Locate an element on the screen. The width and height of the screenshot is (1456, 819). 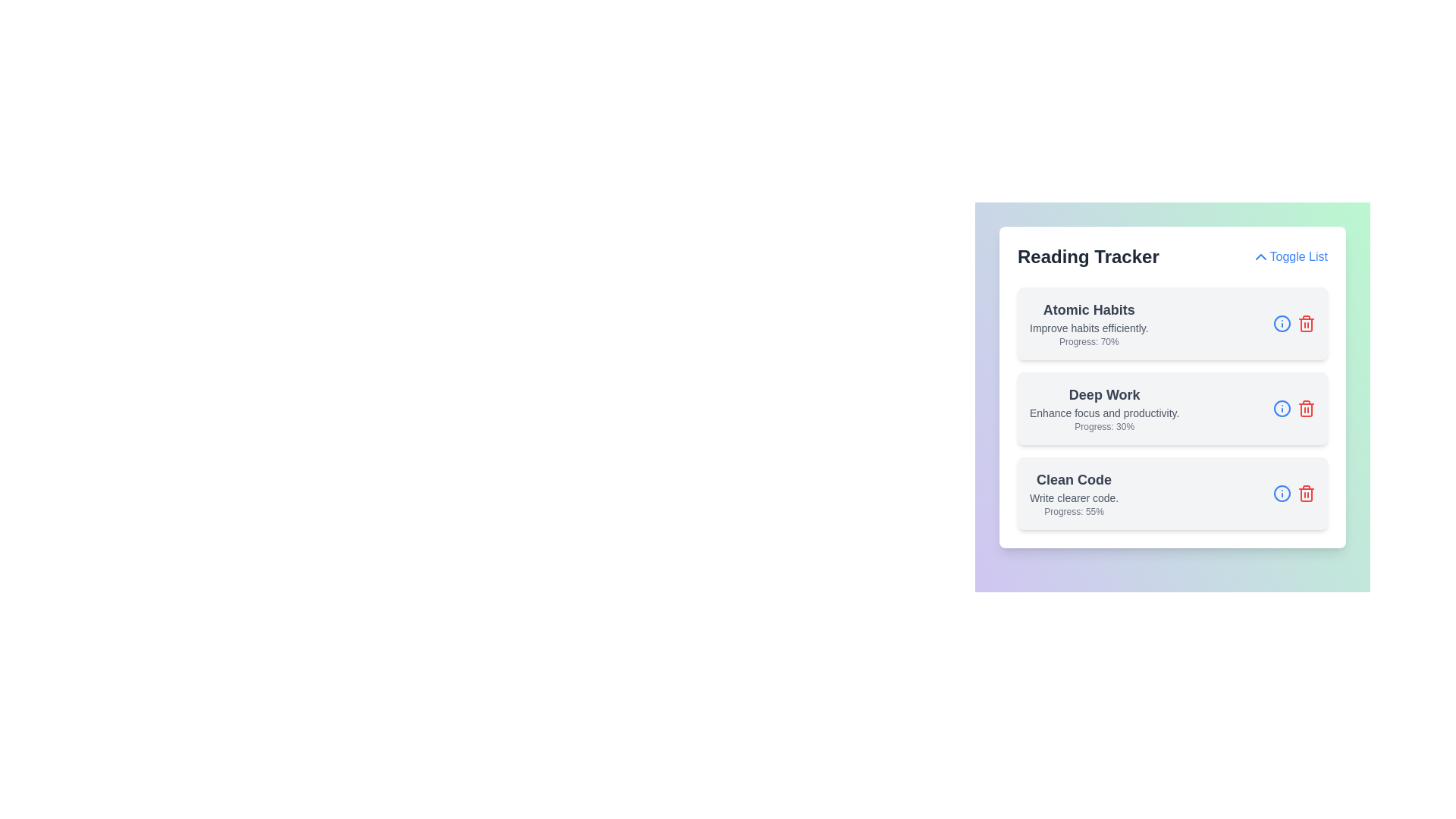
the text label displaying 'Progress: 30%' within the card for 'Deep Work', which is located below the descriptive line 'Enhance focus and productivity.' is located at coordinates (1104, 427).